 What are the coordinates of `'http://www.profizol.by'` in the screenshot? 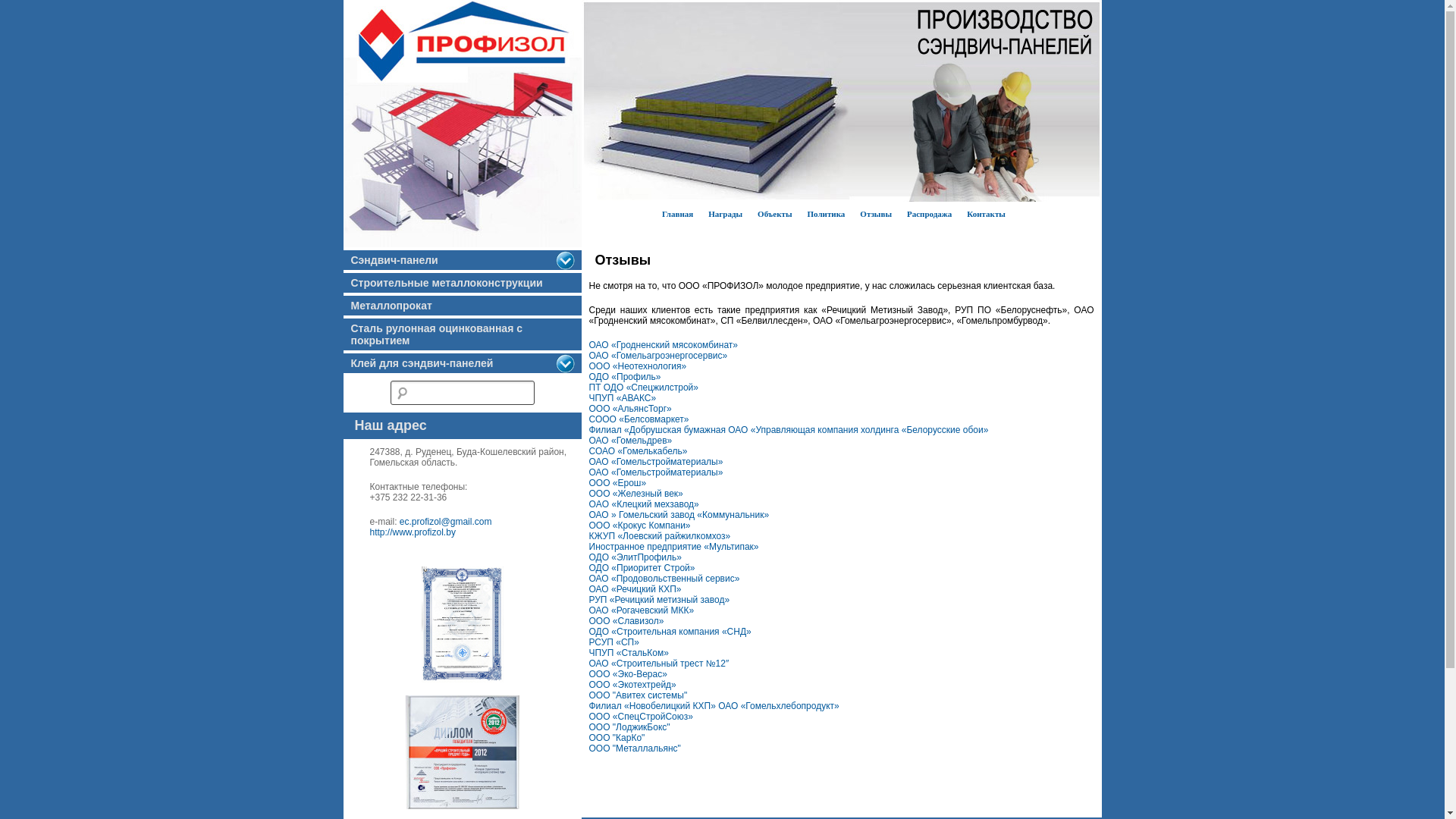 It's located at (413, 532).